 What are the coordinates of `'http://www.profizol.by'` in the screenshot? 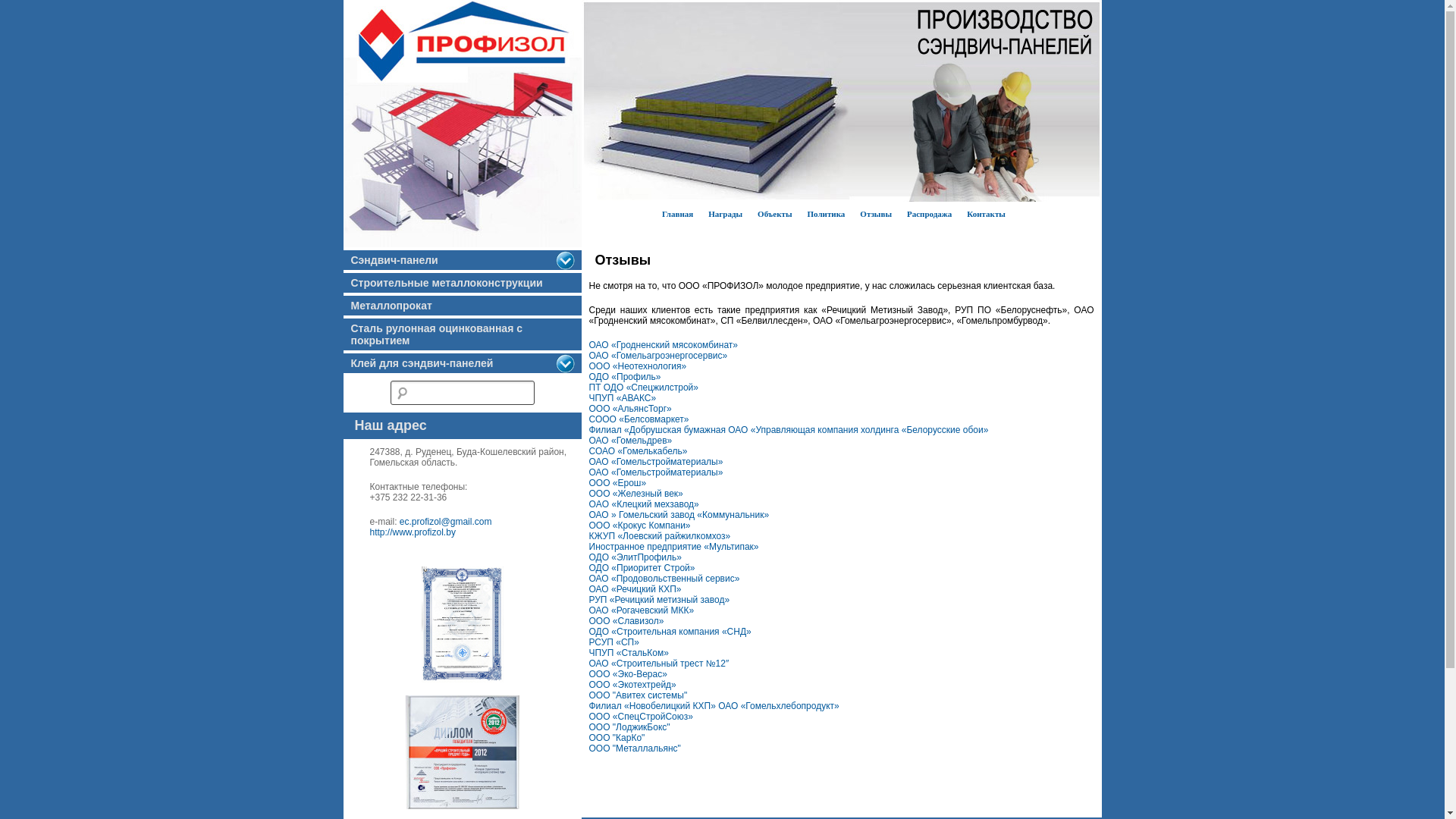 It's located at (413, 532).